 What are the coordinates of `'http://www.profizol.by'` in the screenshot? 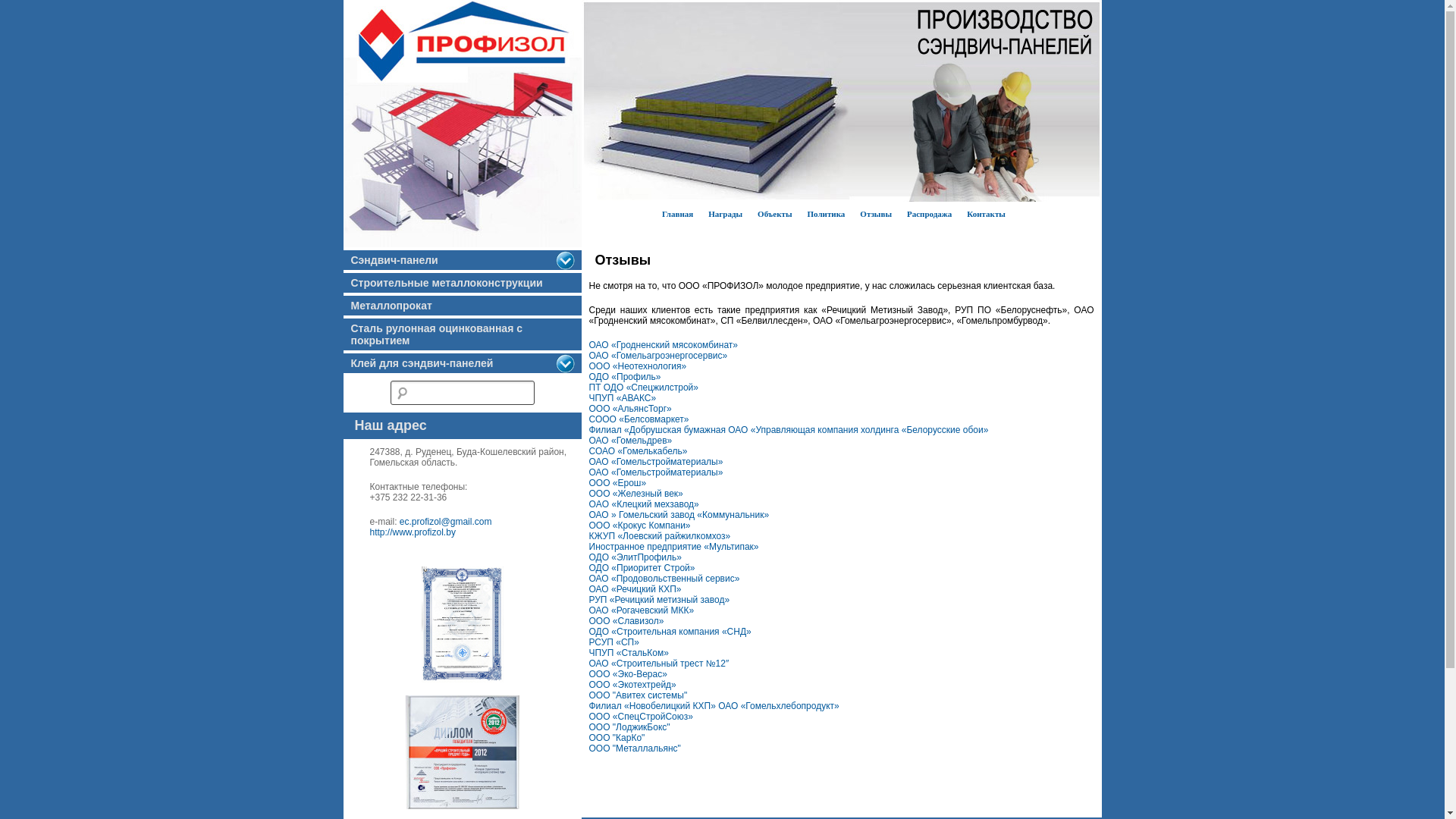 It's located at (413, 532).